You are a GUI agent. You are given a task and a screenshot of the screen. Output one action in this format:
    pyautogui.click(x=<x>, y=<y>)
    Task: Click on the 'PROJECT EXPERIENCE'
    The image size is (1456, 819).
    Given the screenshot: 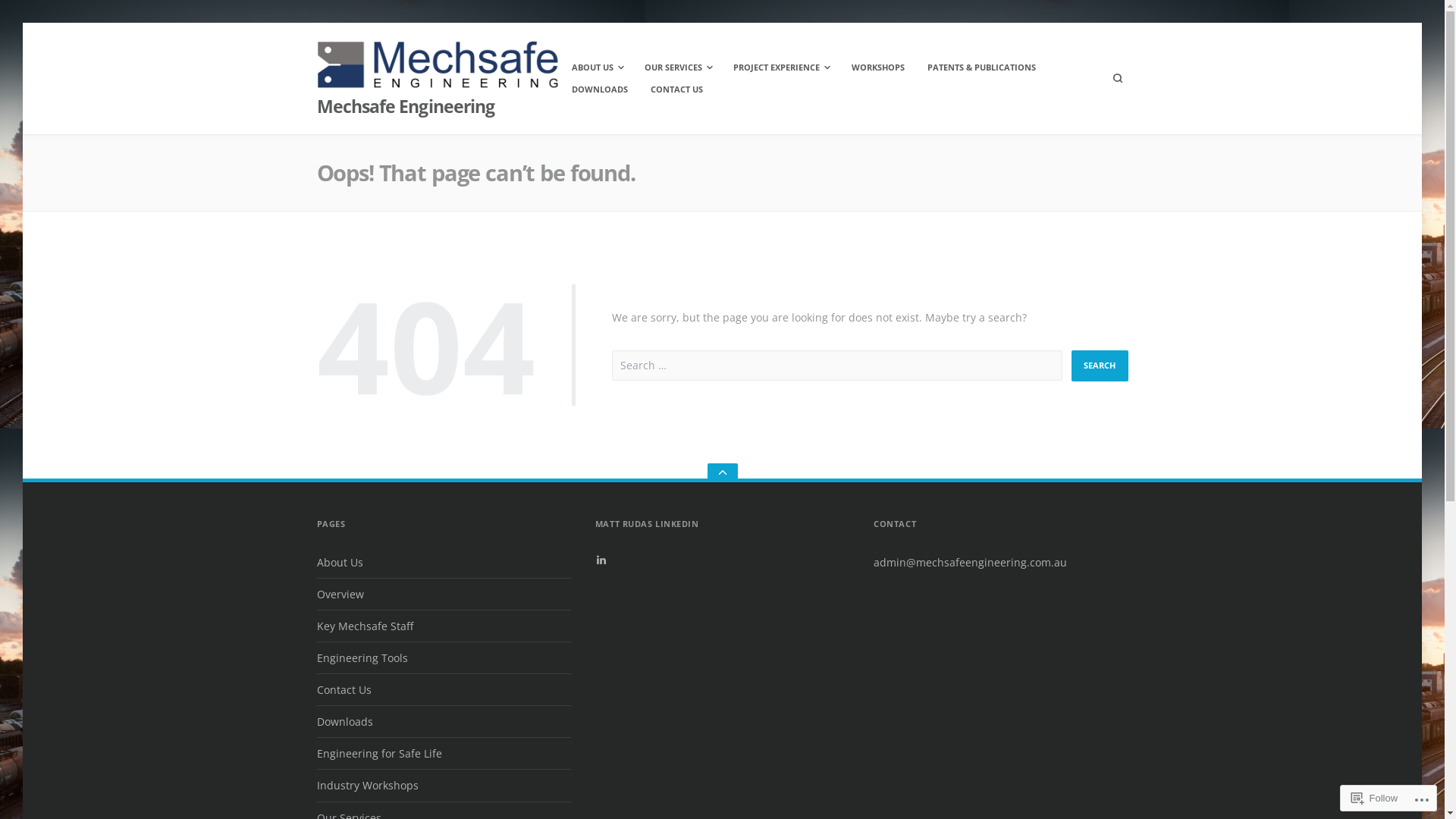 What is the action you would take?
    pyautogui.click(x=780, y=66)
    